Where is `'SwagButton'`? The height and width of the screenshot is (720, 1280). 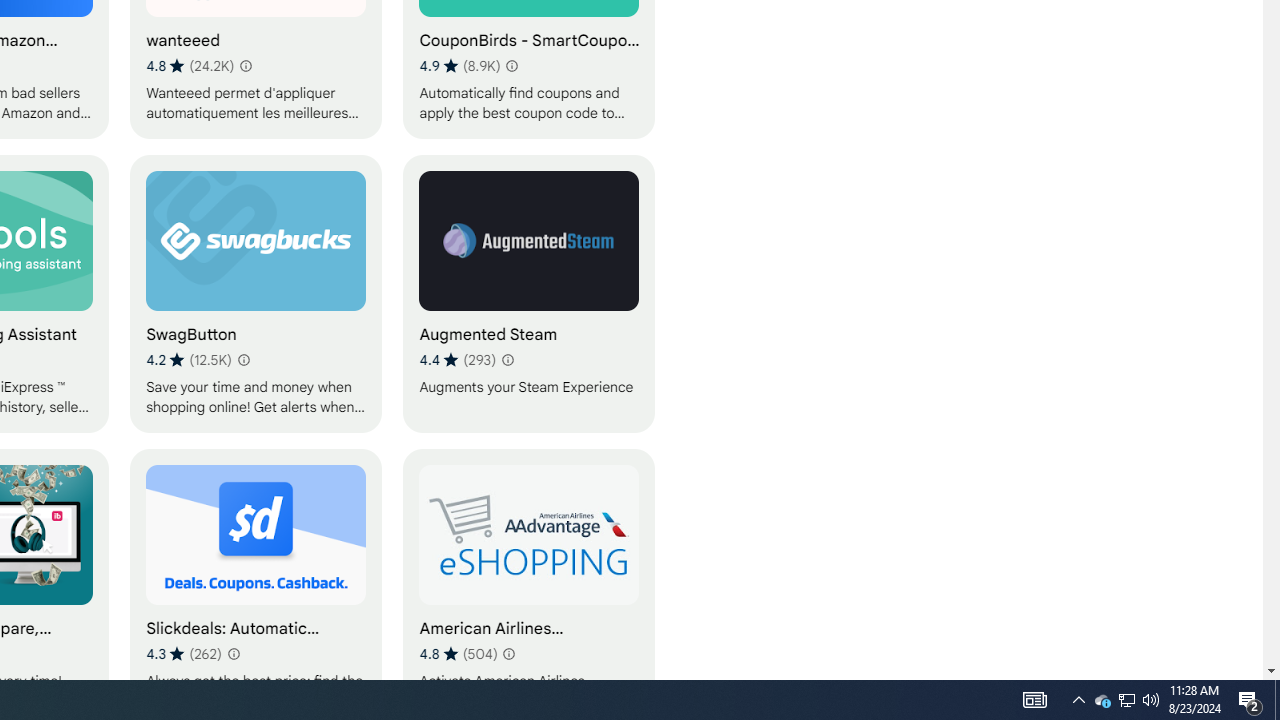
'SwagButton' is located at coordinates (255, 293).